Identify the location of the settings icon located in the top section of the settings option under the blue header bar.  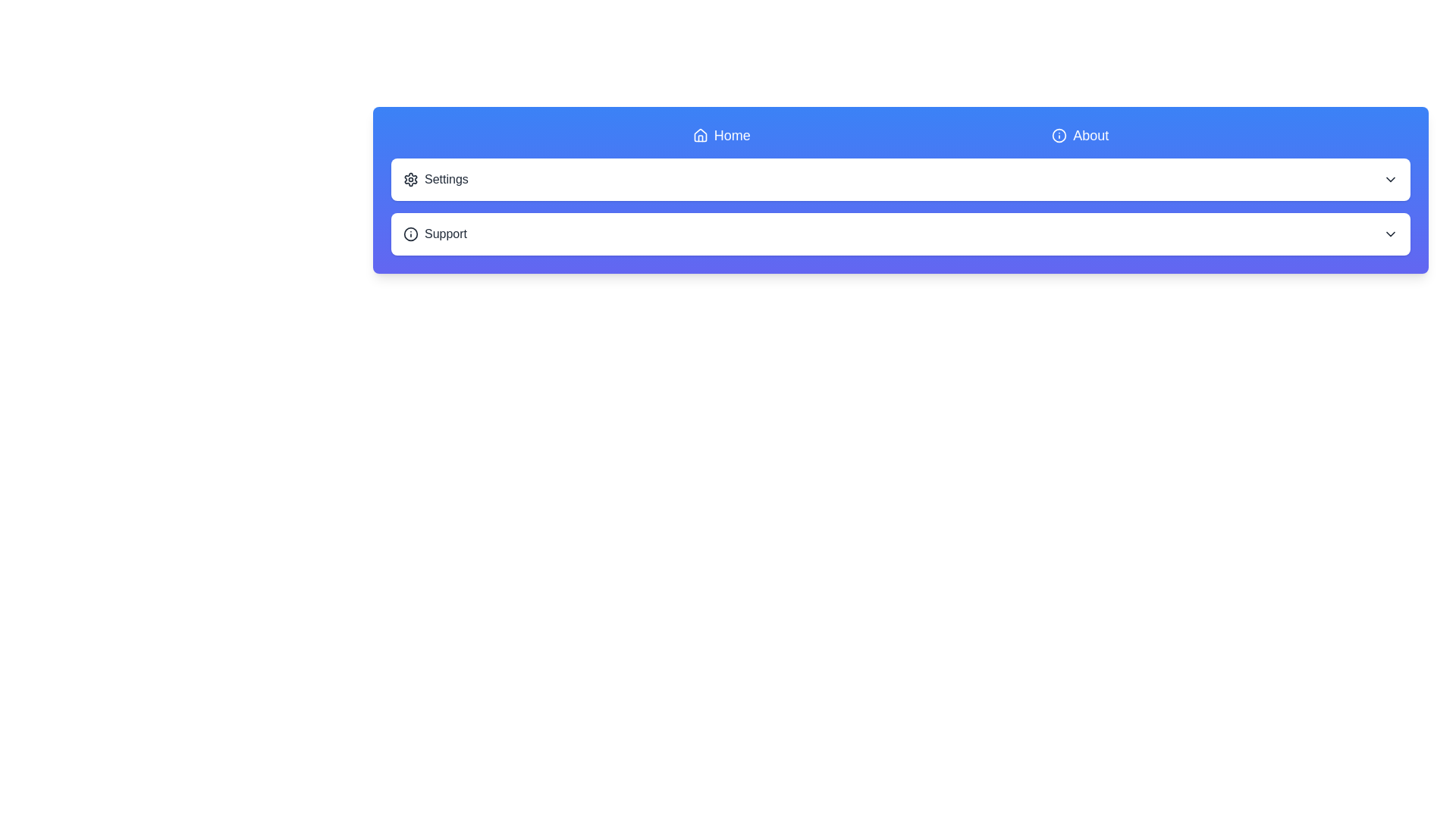
(411, 178).